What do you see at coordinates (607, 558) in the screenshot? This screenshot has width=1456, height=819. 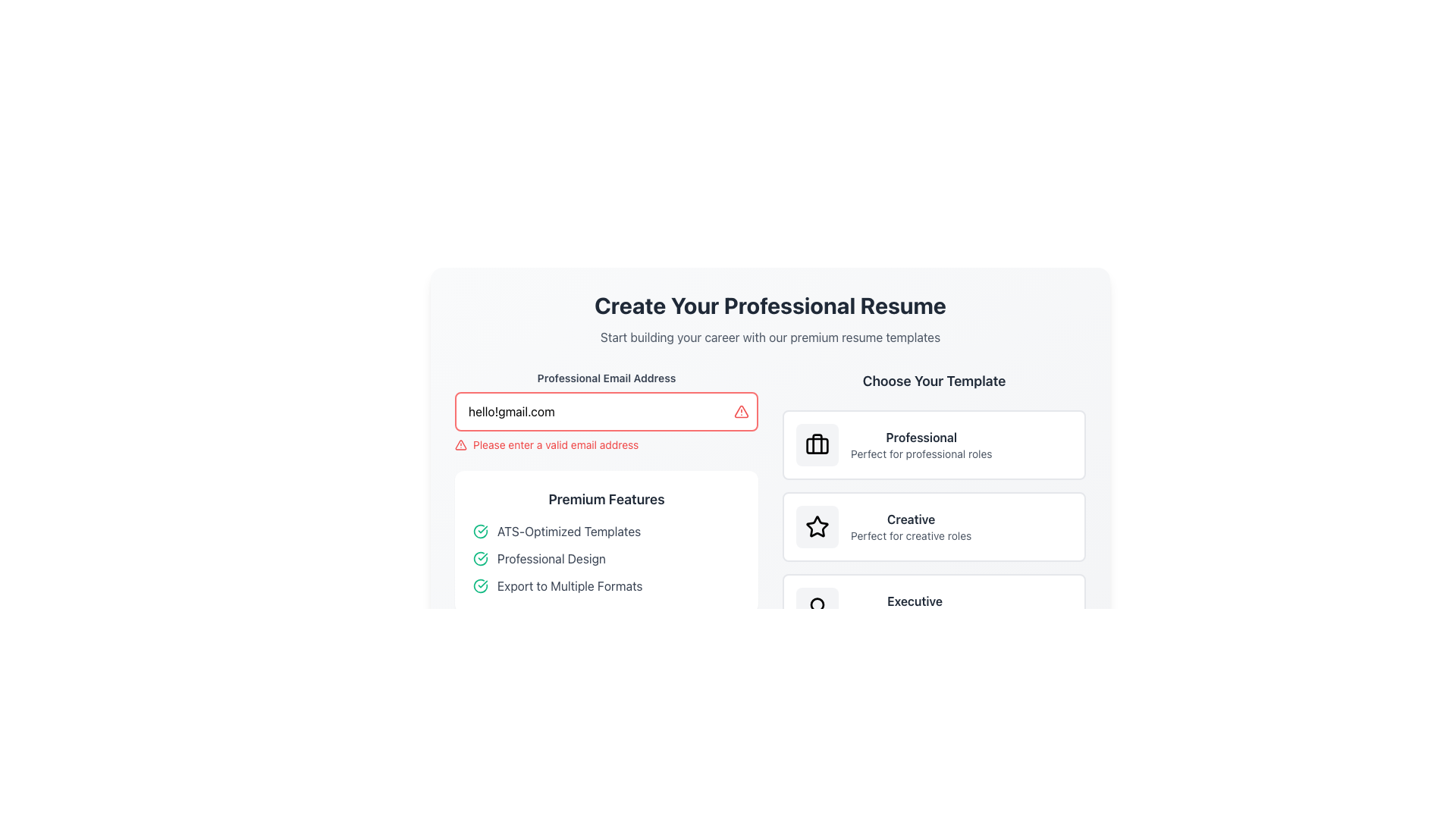 I see `the second item in the list of premium features, 'Professional Design', which is centrally aligned within its containing section` at bounding box center [607, 558].